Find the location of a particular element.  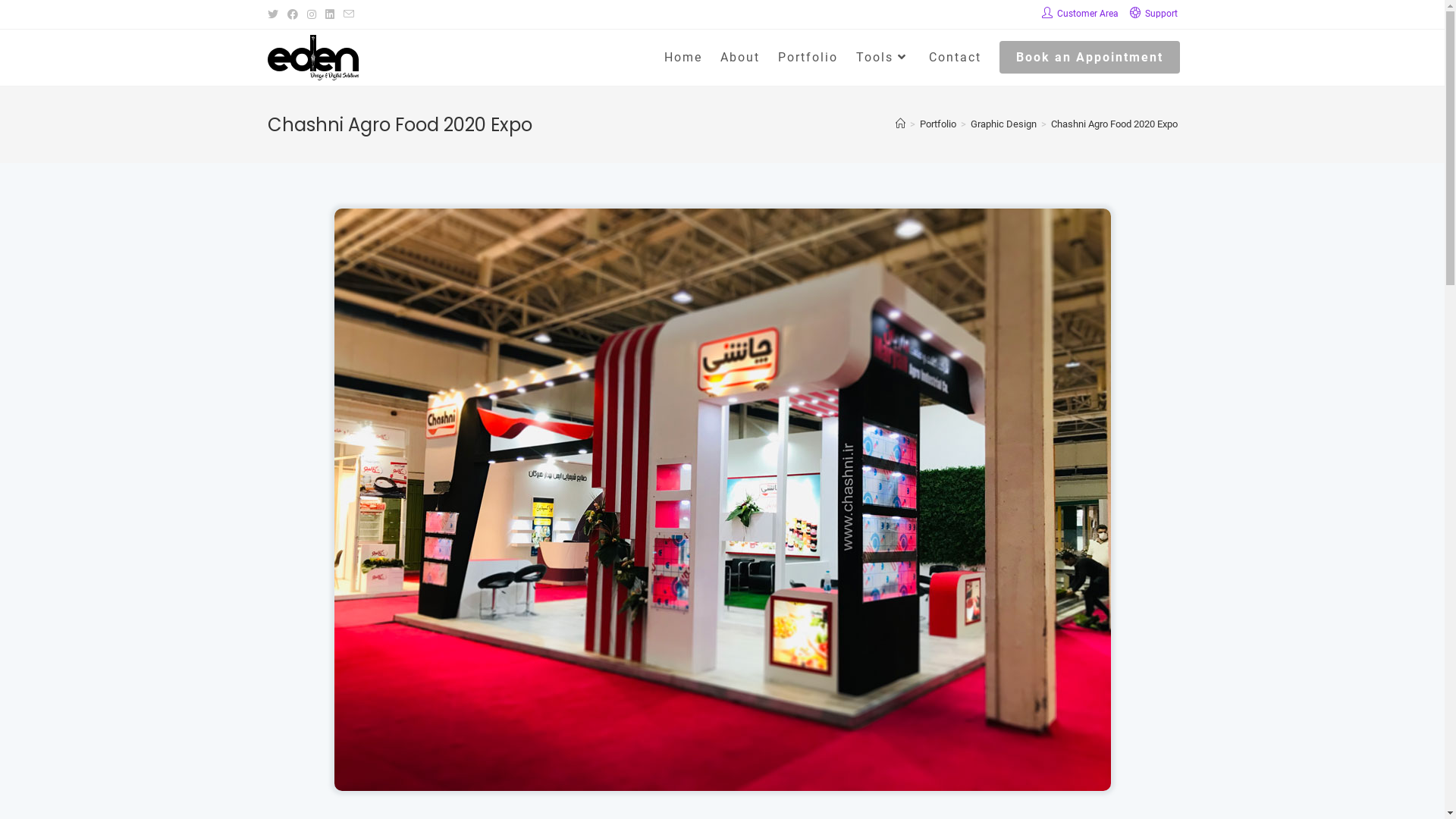

'WordPress Website Design' is located at coordinates (836, 587).